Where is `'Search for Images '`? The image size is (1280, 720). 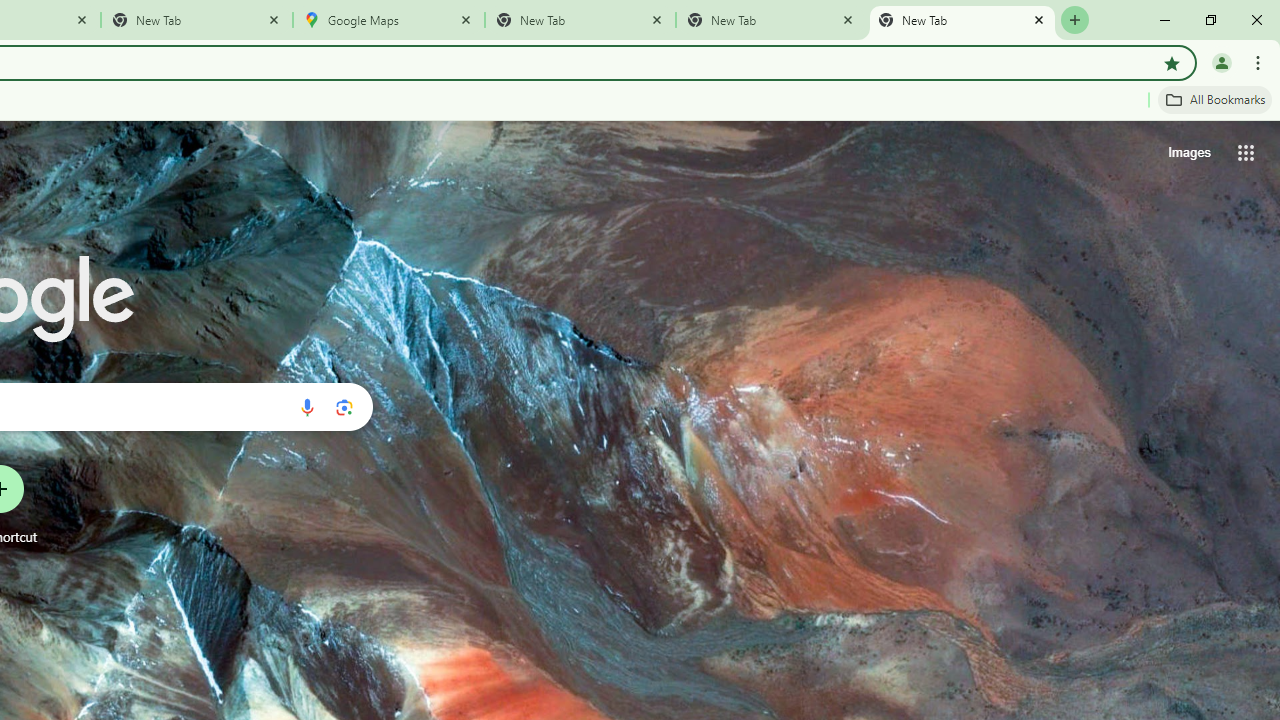 'Search for Images ' is located at coordinates (1189, 152).